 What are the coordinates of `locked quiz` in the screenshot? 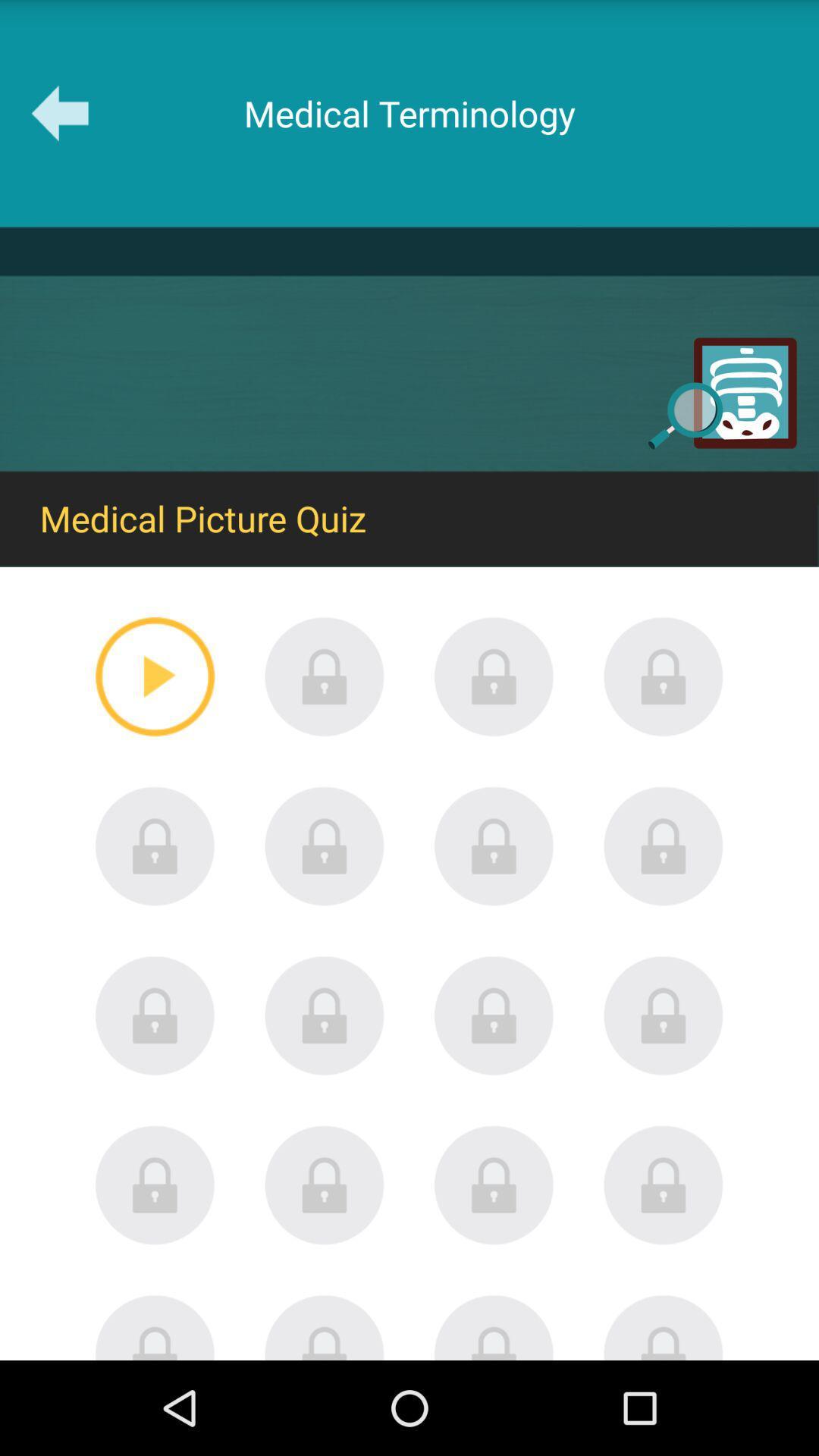 It's located at (663, 1015).